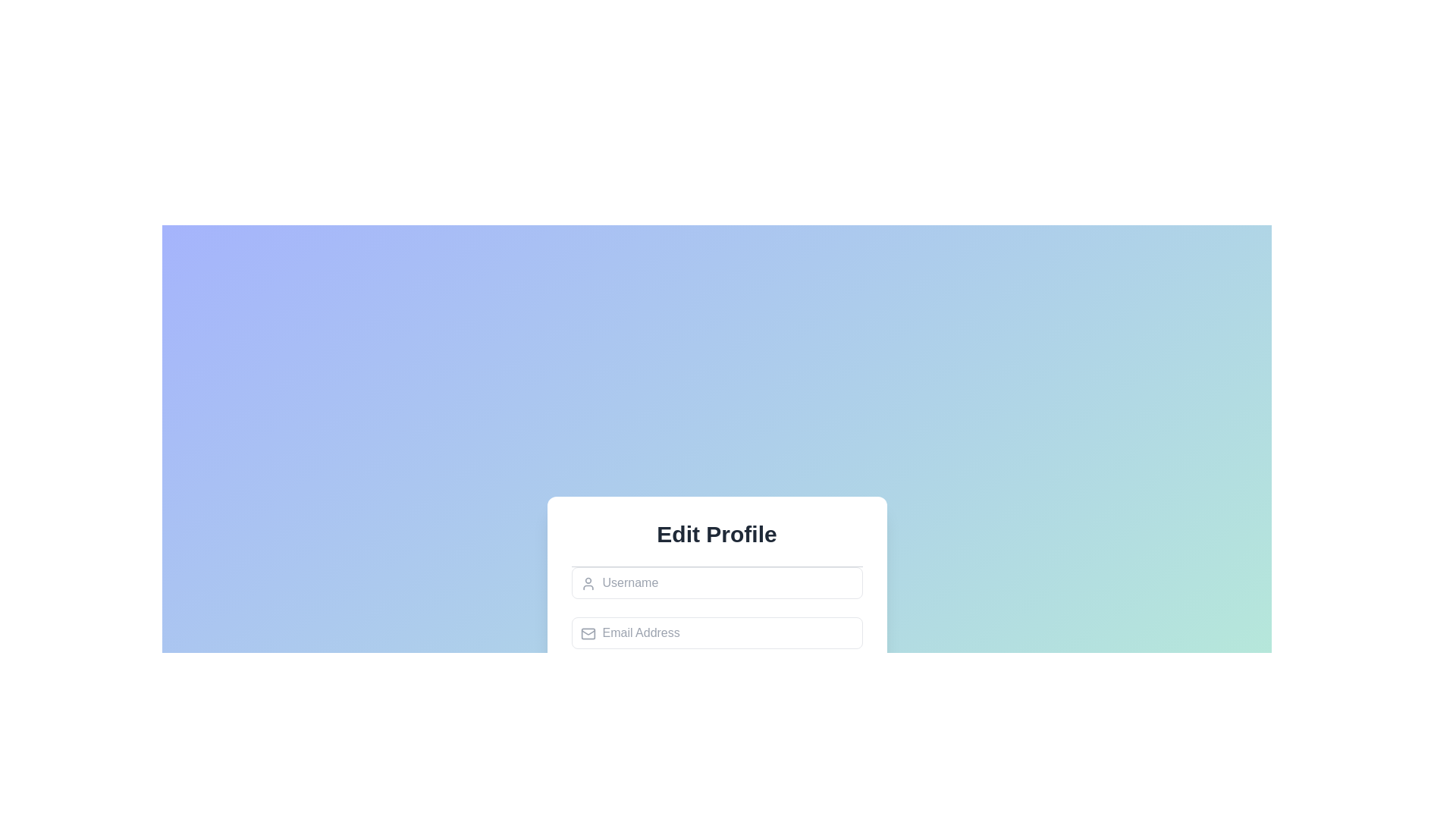 The image size is (1456, 819). I want to click on the mail icon, which visually represents the email input field in the profile editing form, located to the left of the input field with the placeholder 'Email Address', so click(587, 634).